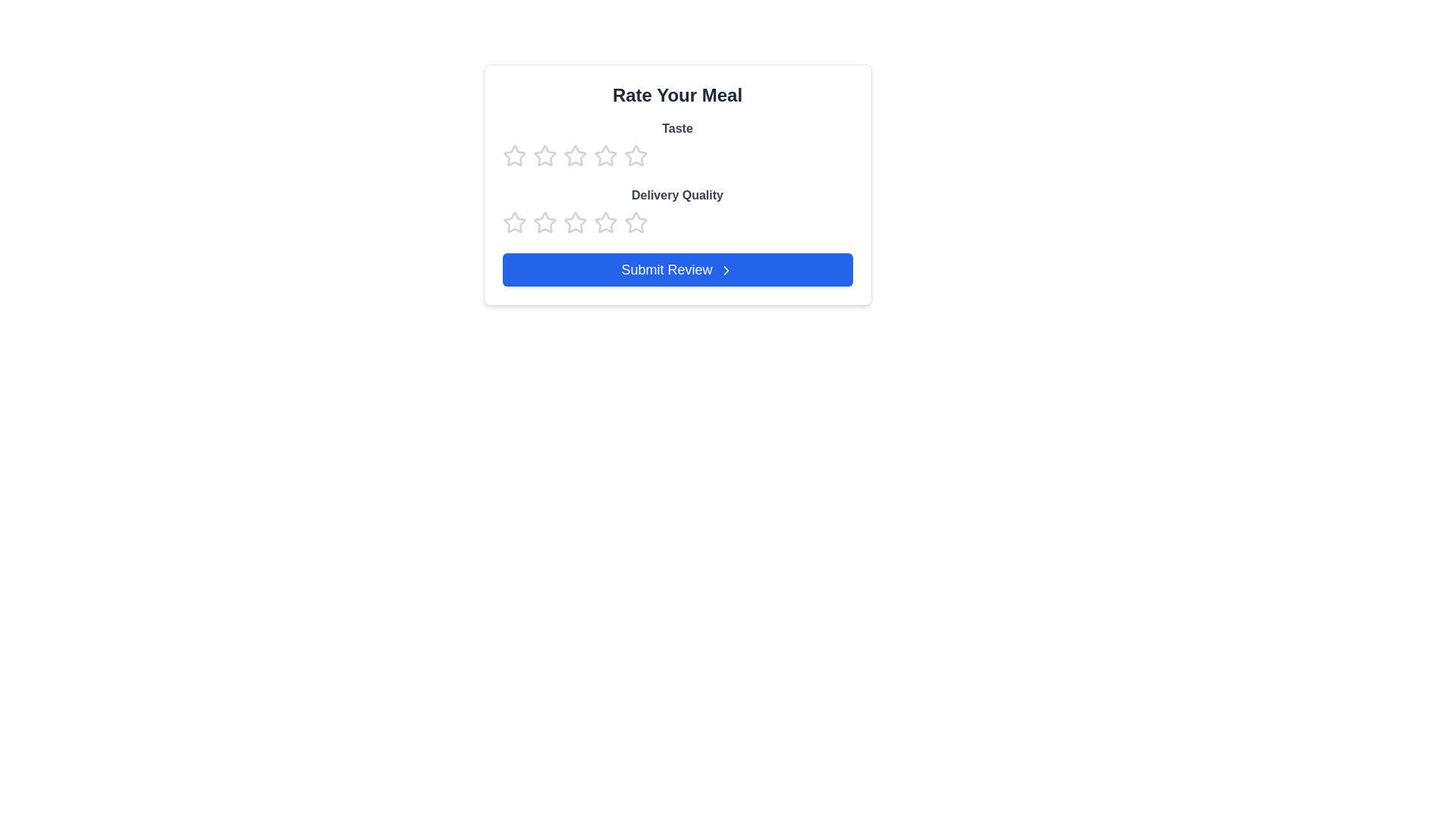  What do you see at coordinates (544, 222) in the screenshot?
I see `the second star icon in the 'Delivery Quality' category` at bounding box center [544, 222].